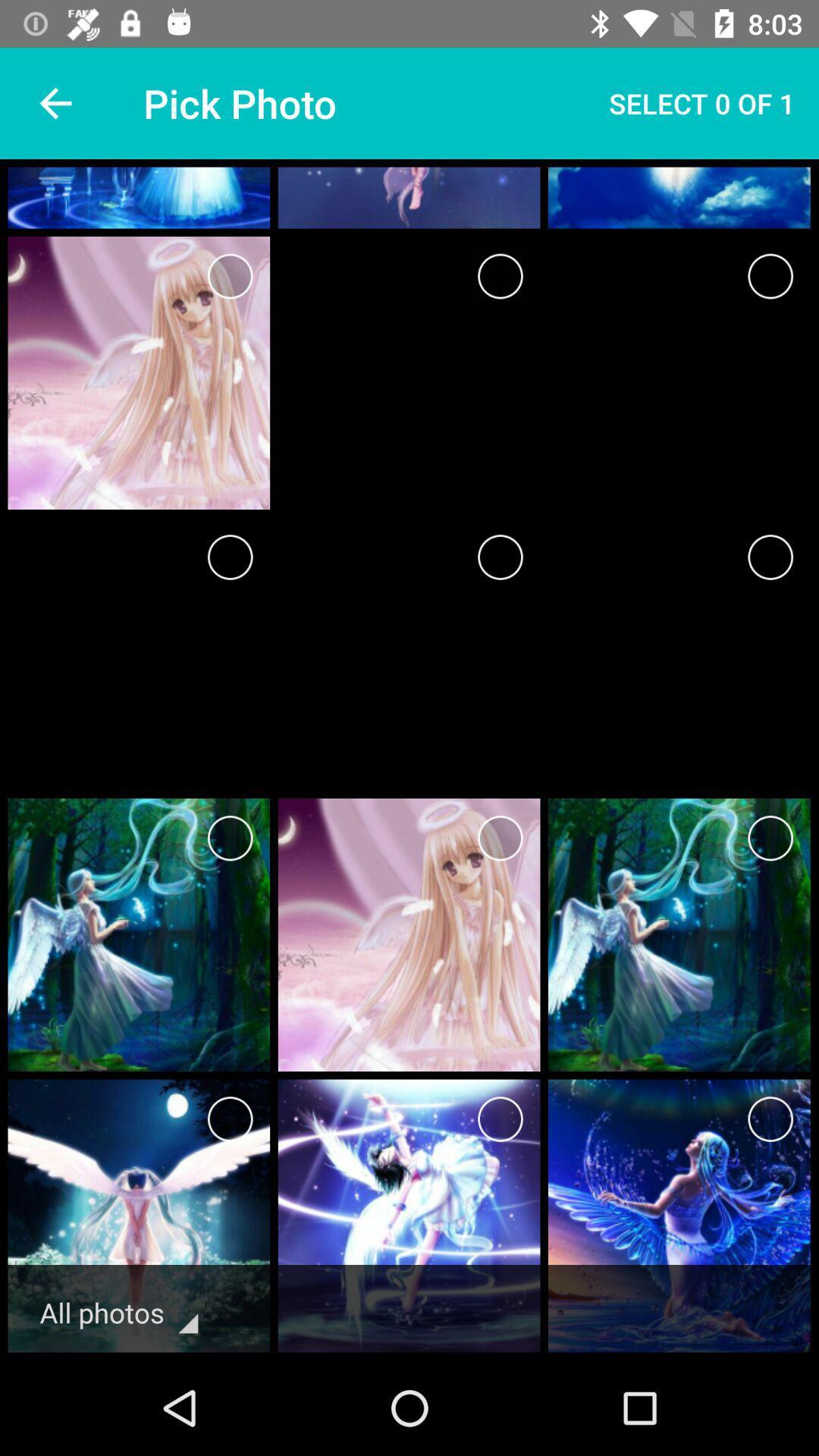 The image size is (819, 1456). What do you see at coordinates (230, 1119) in the screenshot?
I see `editing photos` at bounding box center [230, 1119].